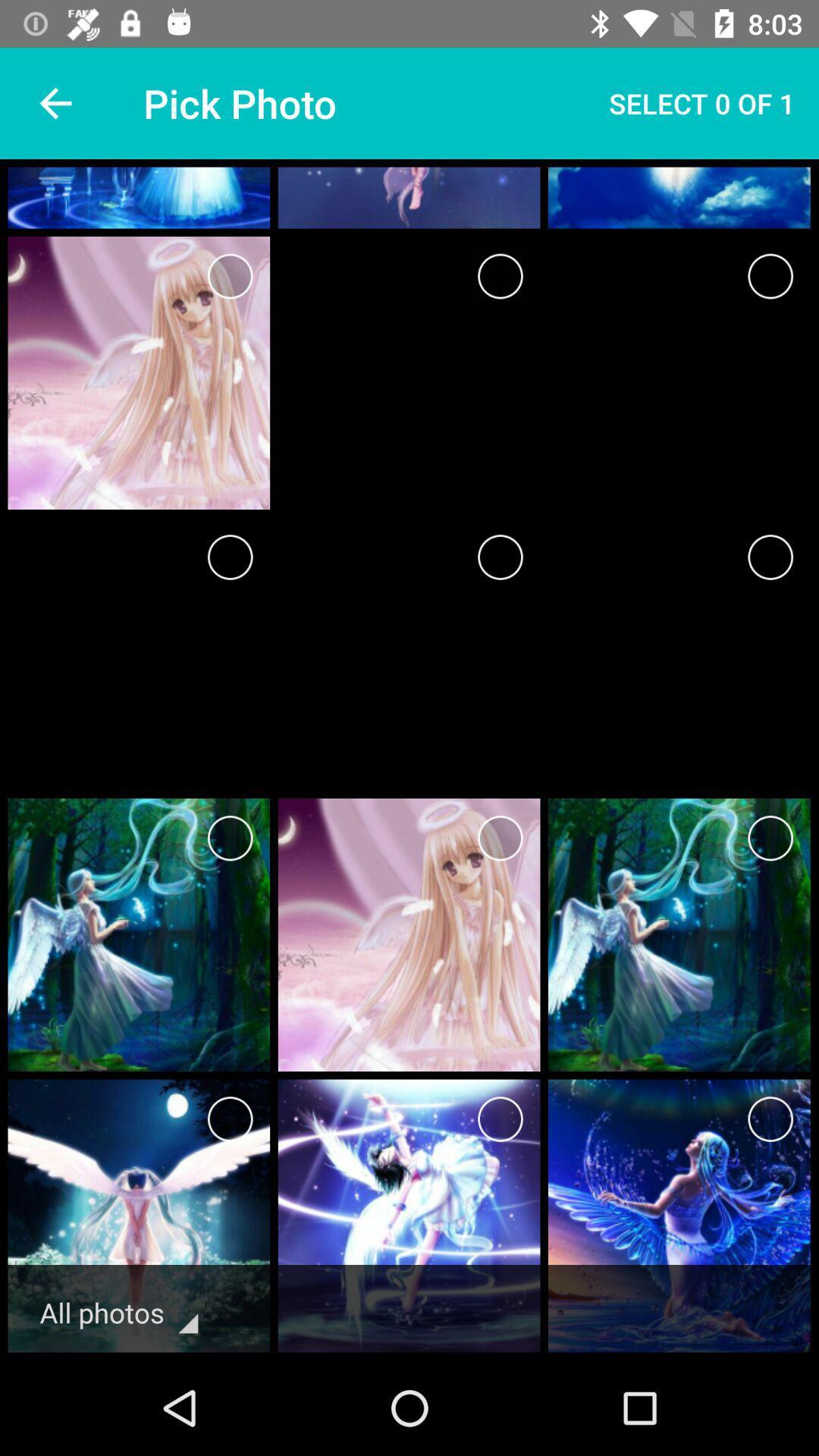 The image size is (819, 1456). What do you see at coordinates (230, 1119) in the screenshot?
I see `editing photos` at bounding box center [230, 1119].